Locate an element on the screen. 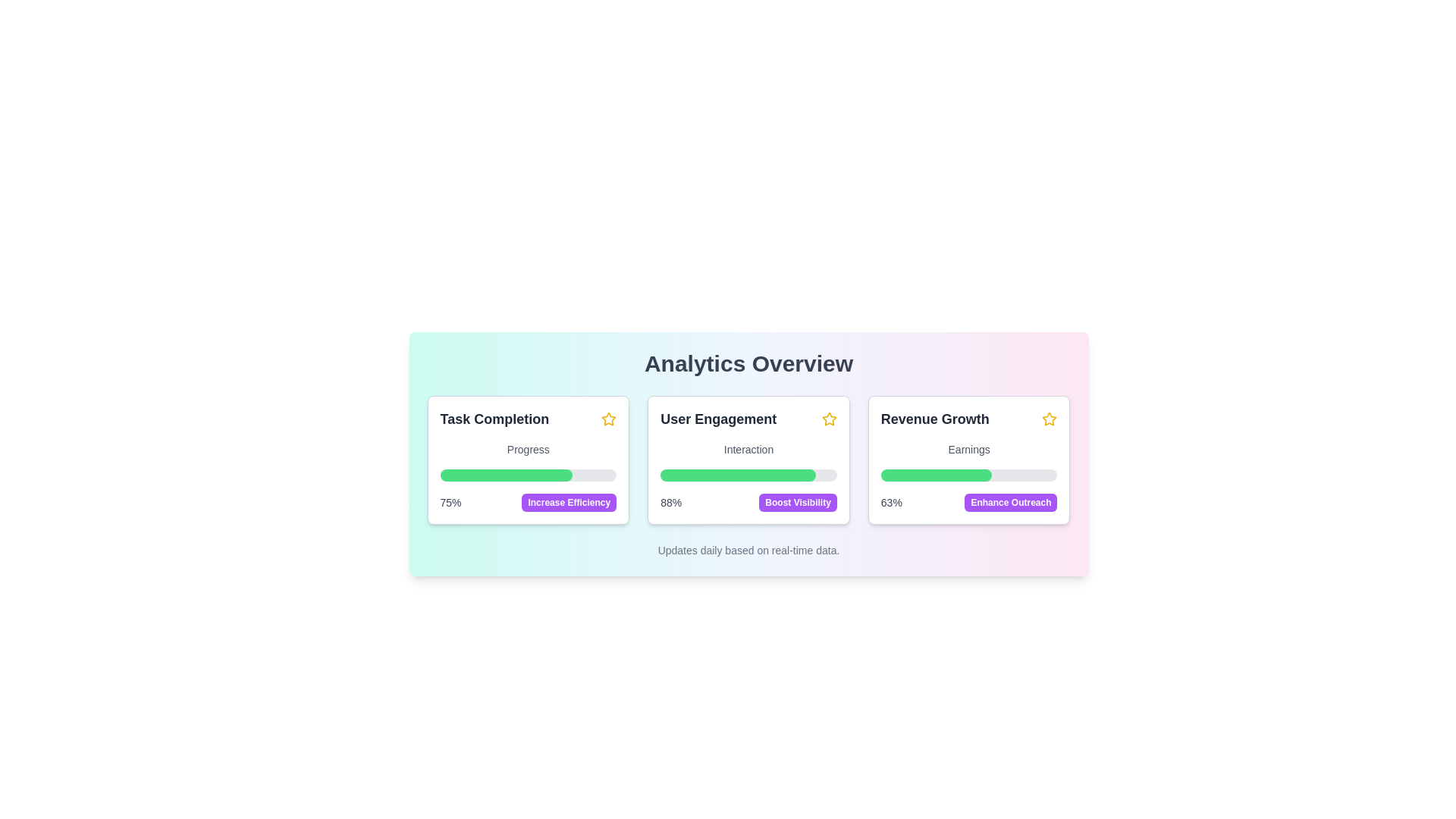 This screenshot has height=819, width=1456. the 'Increase Efficiency' button located at the bottom of the 'Task Completion' card in the Analytics Overview section, which is part of a combination component displaying '75%' is located at coordinates (528, 503).